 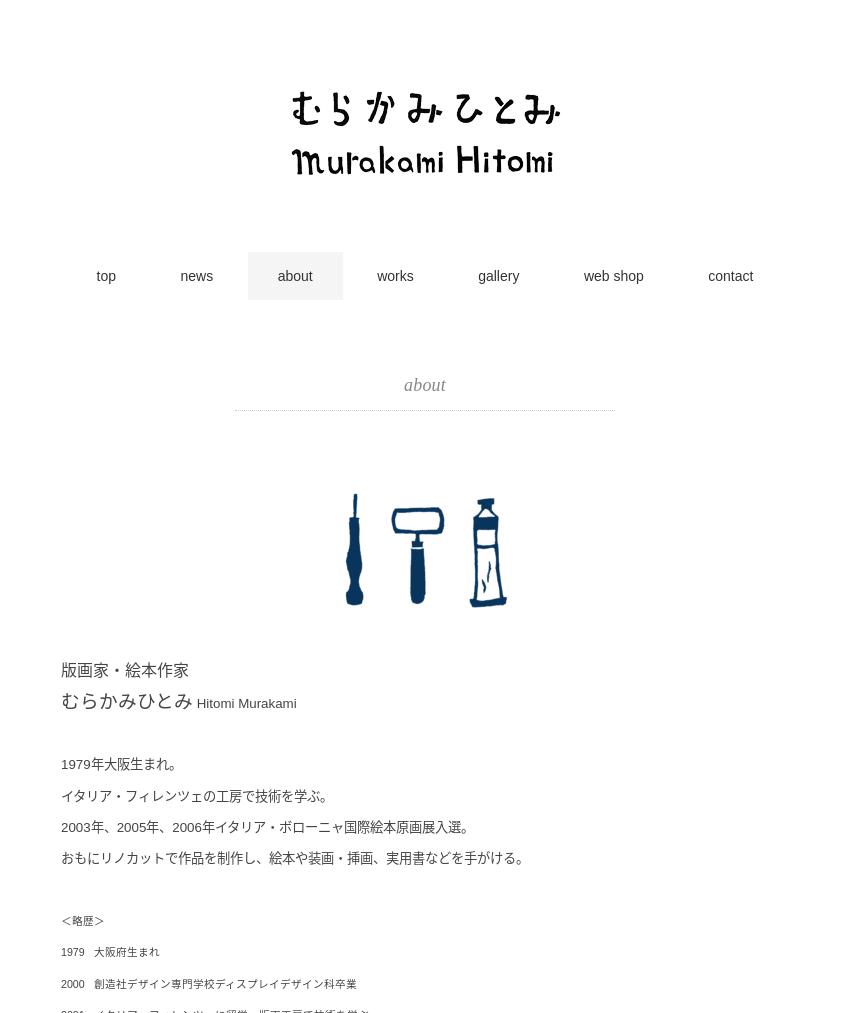 I want to click on 'Hitomi Murakami', so click(x=244, y=701).